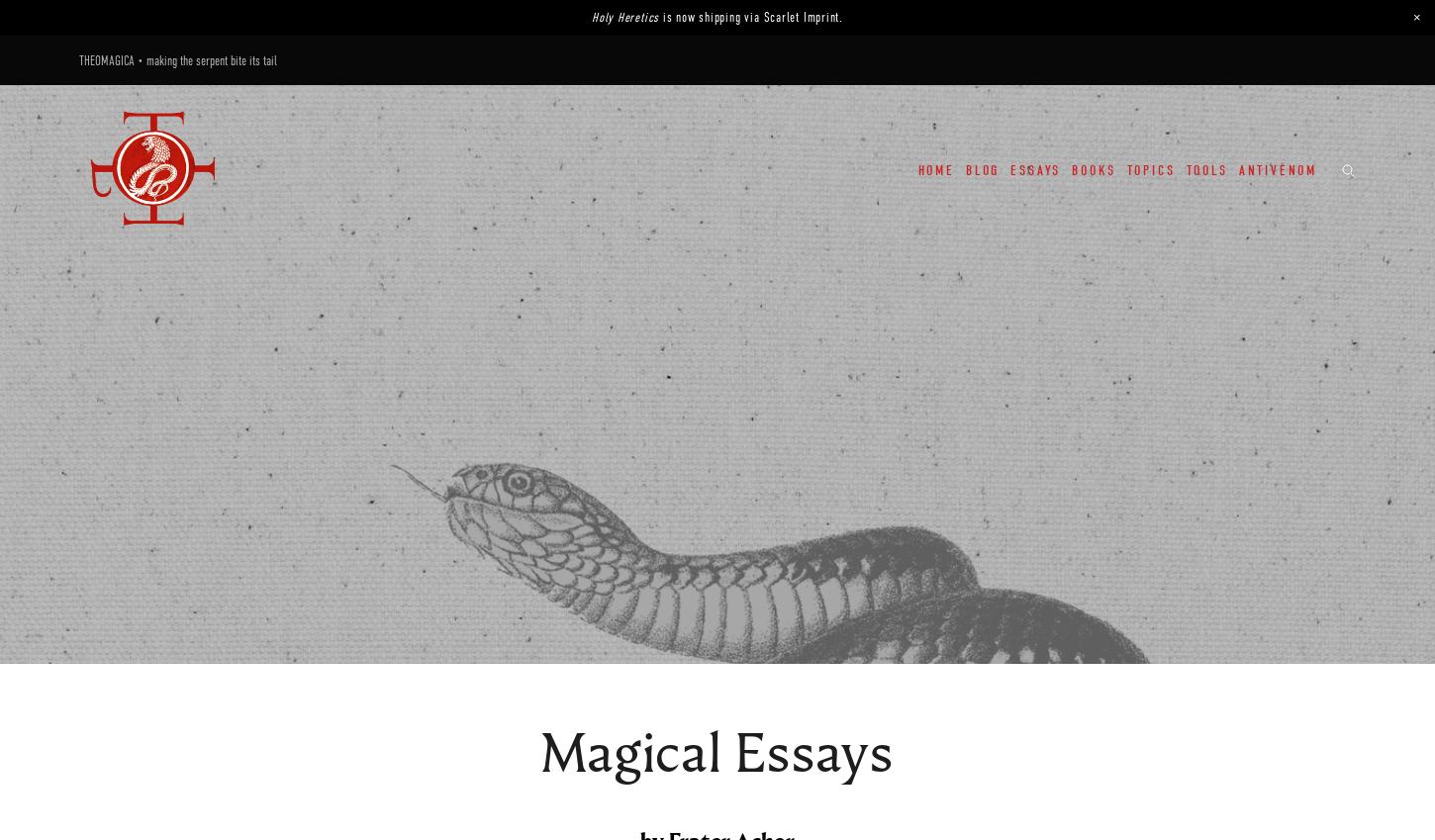  Describe the element at coordinates (716, 751) in the screenshot. I see `'Magical Essays'` at that location.